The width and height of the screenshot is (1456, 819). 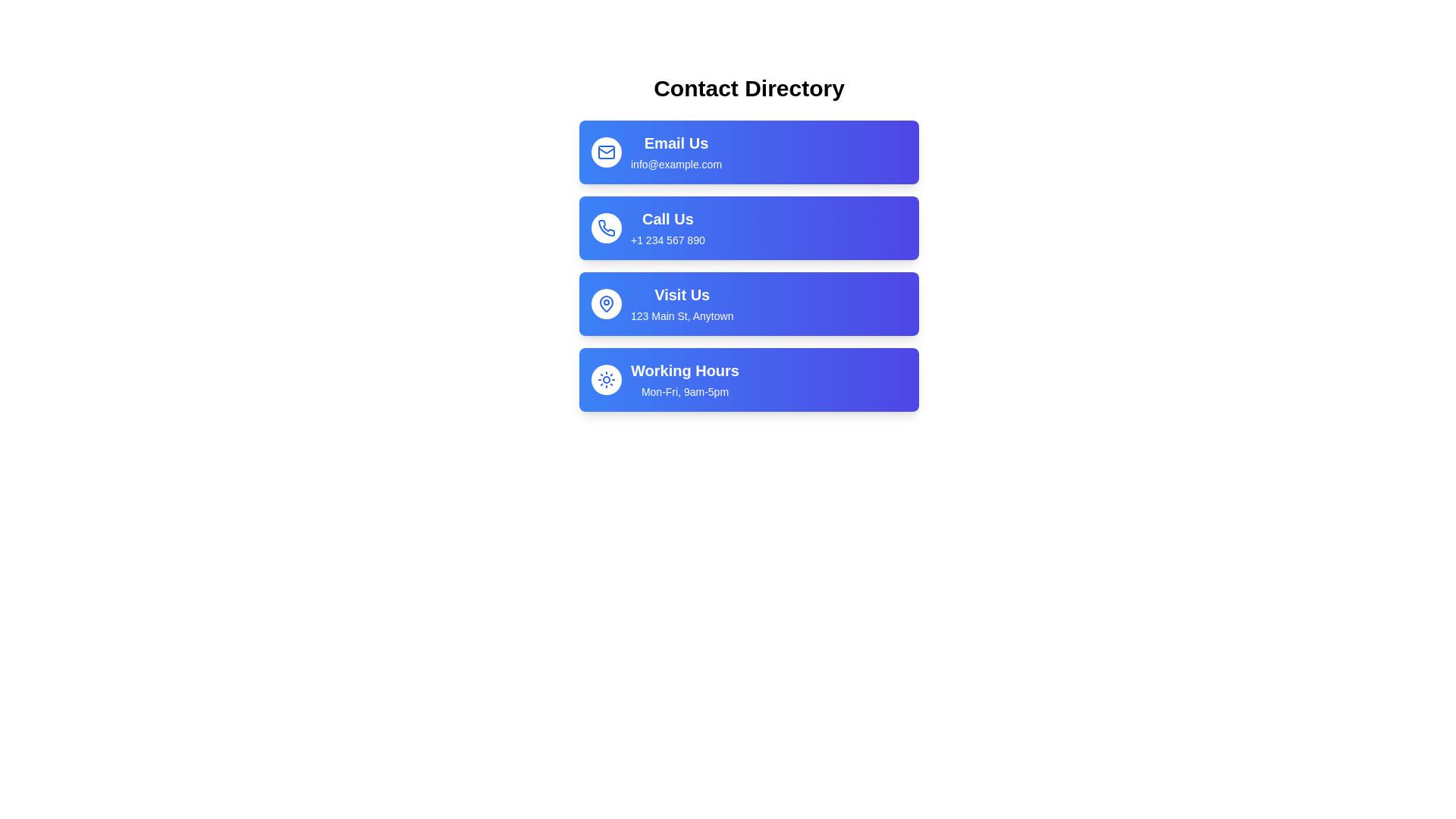 I want to click on the 'Email Us' text display element, which features a larger bold font for 'Email Us' and a smaller font for 'info@example.com', located in the topmost item of the contact options list, so click(x=676, y=152).